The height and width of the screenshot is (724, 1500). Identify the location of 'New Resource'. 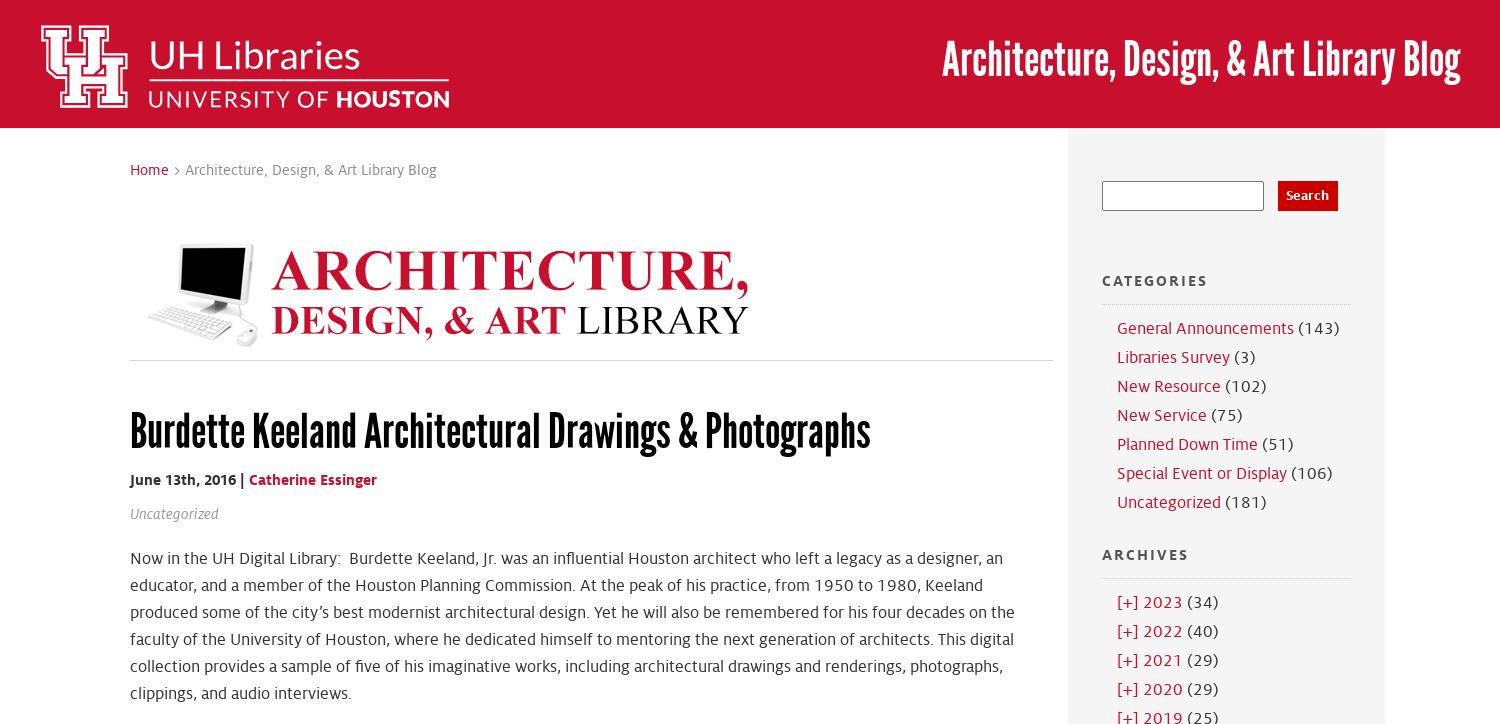
(1115, 386).